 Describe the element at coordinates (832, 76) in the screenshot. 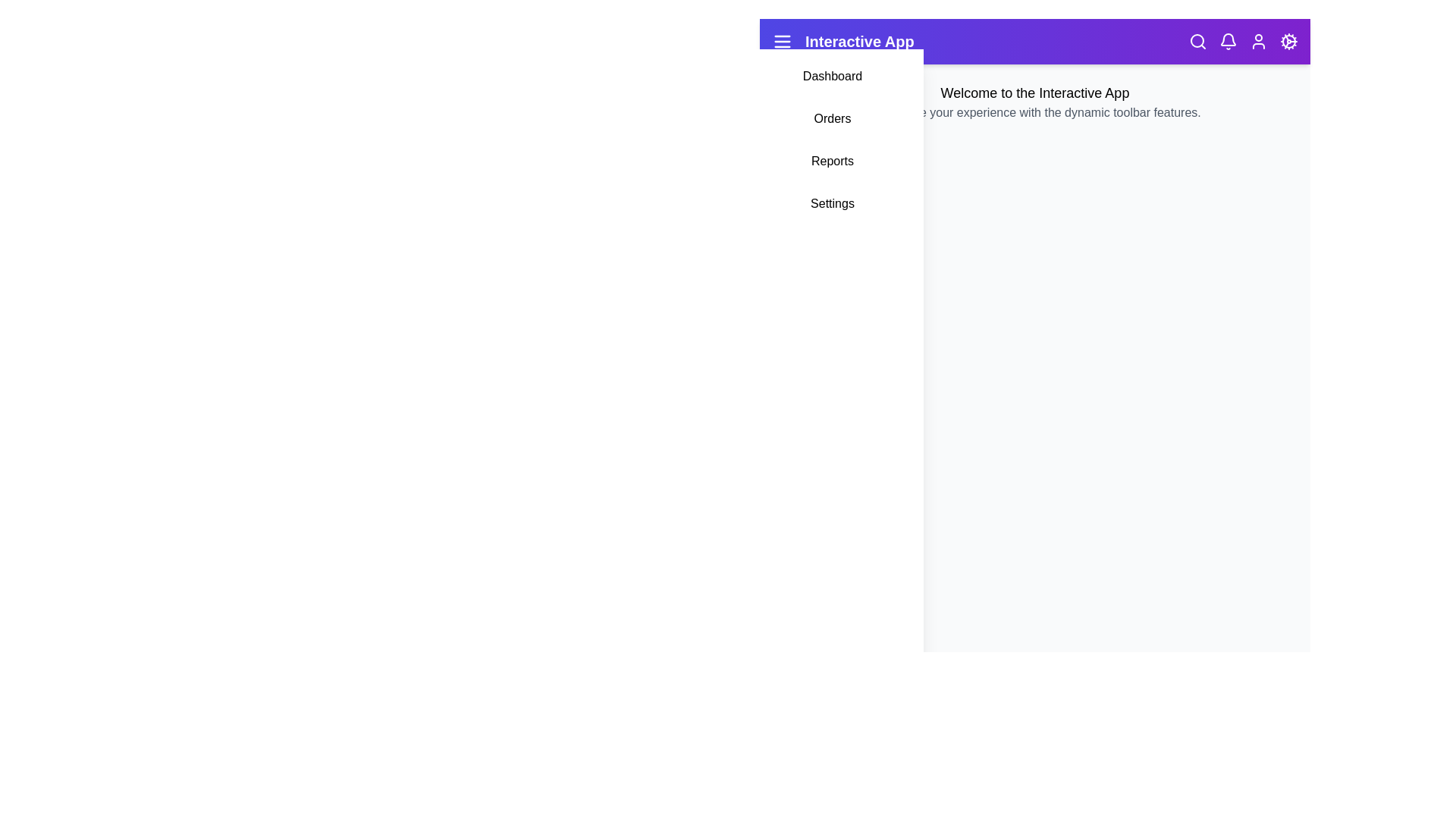

I see `the sidebar menu item labeled Dashboard` at that location.